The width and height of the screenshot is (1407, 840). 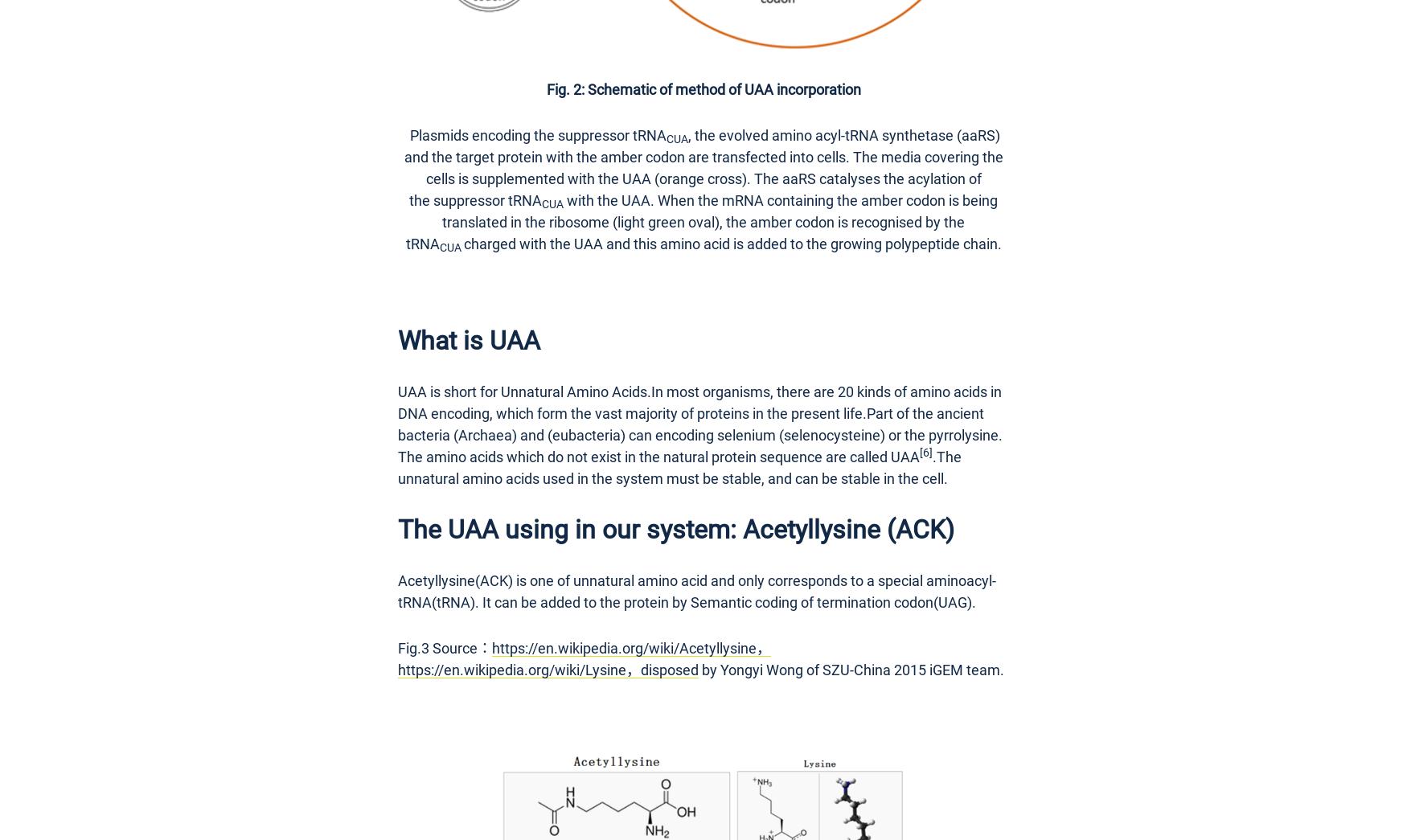 What do you see at coordinates (731, 243) in the screenshot?
I see `'charged with the UAA and this amino acid is added to the growing polypeptide chain.'` at bounding box center [731, 243].